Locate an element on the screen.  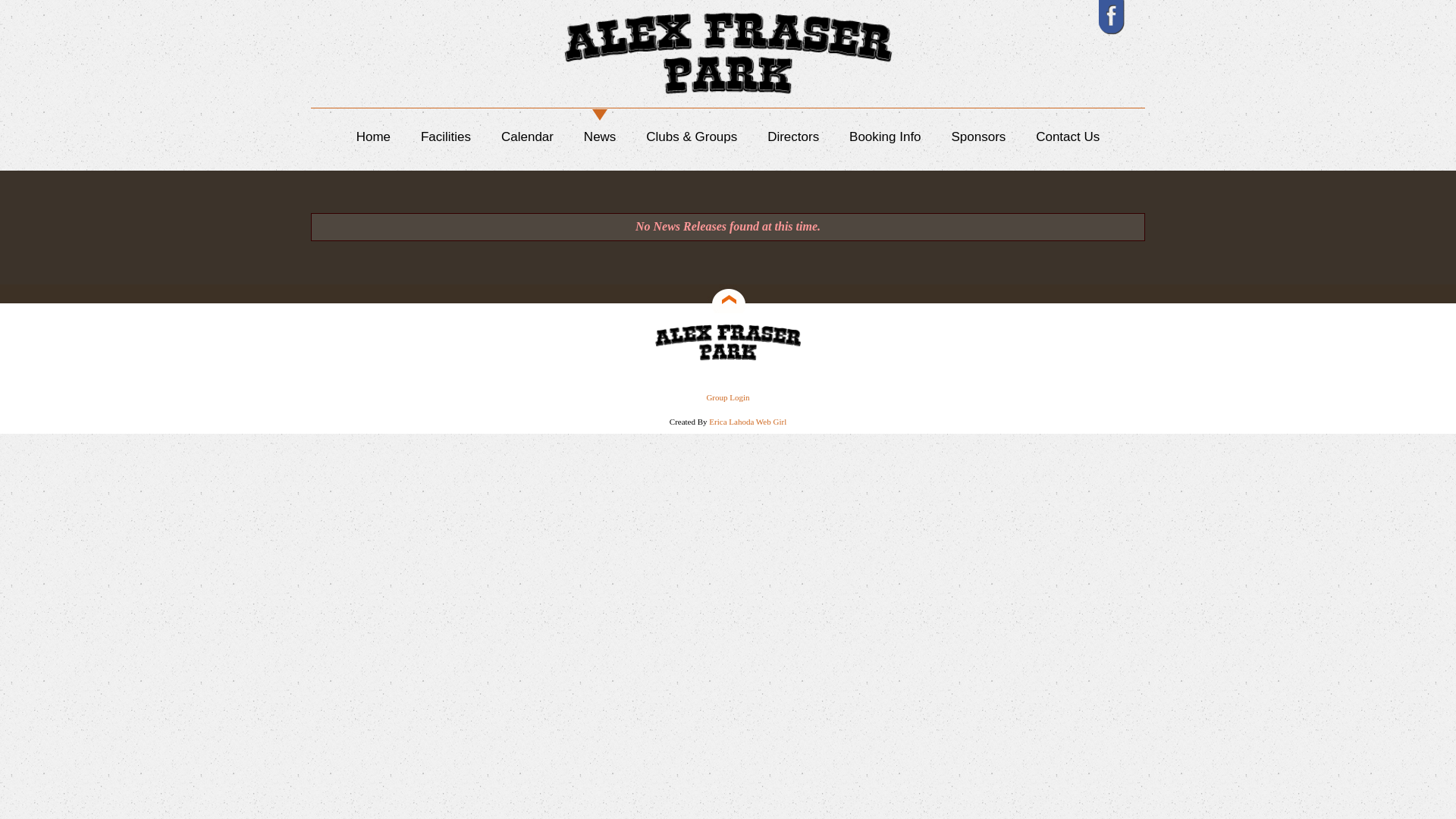
'Directors' is located at coordinates (792, 136).